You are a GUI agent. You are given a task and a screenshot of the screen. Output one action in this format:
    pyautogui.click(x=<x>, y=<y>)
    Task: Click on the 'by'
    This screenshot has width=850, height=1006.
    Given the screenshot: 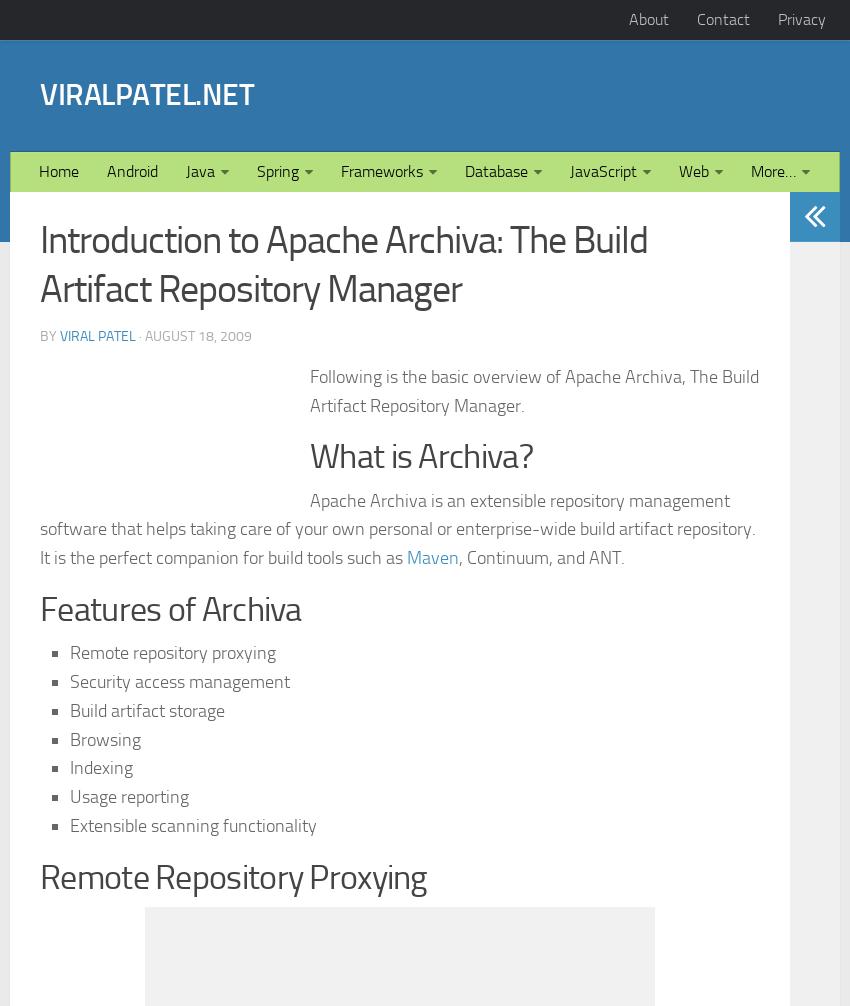 What is the action you would take?
    pyautogui.click(x=49, y=615)
    